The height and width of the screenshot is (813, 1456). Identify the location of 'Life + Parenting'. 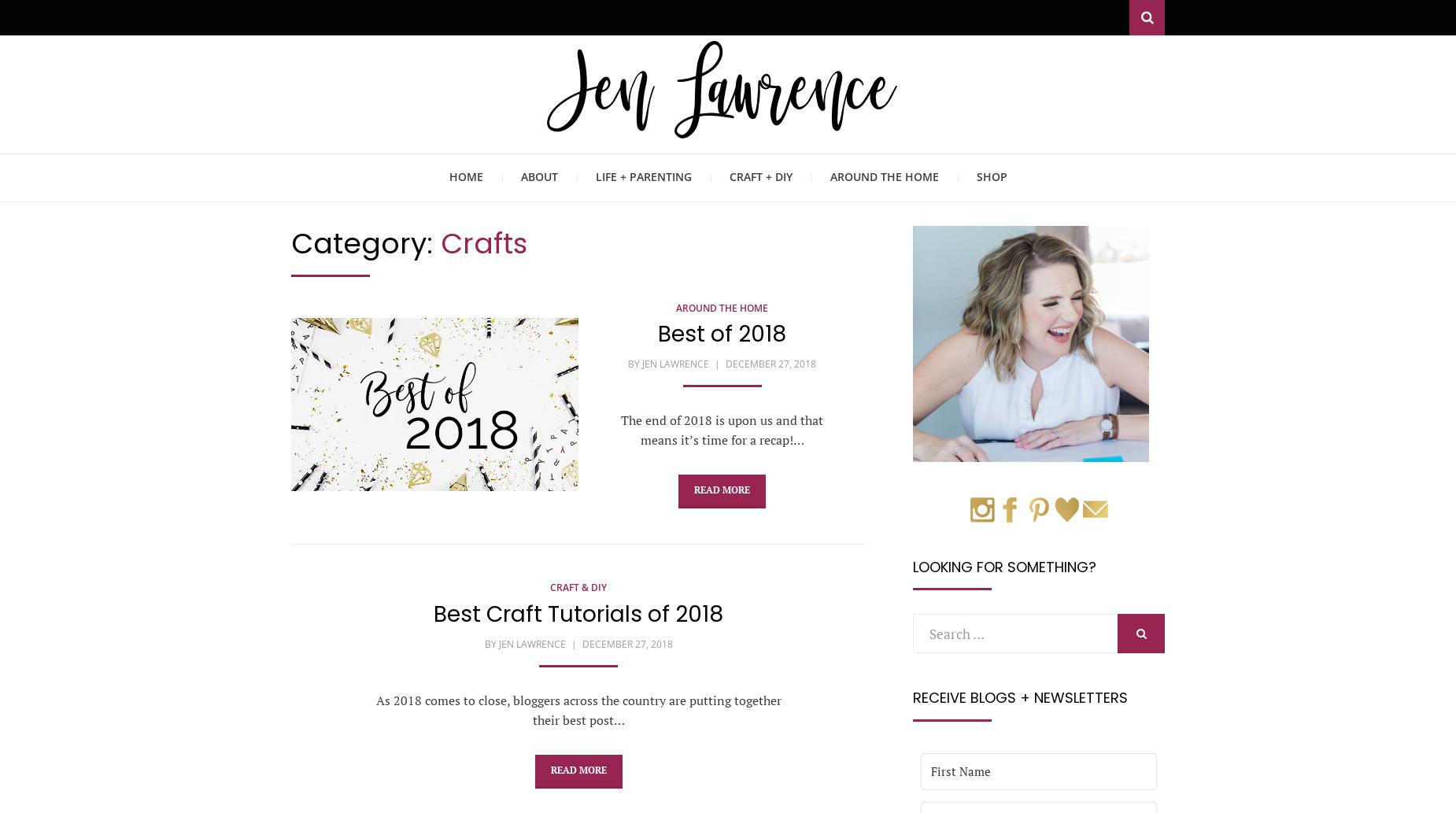
(642, 176).